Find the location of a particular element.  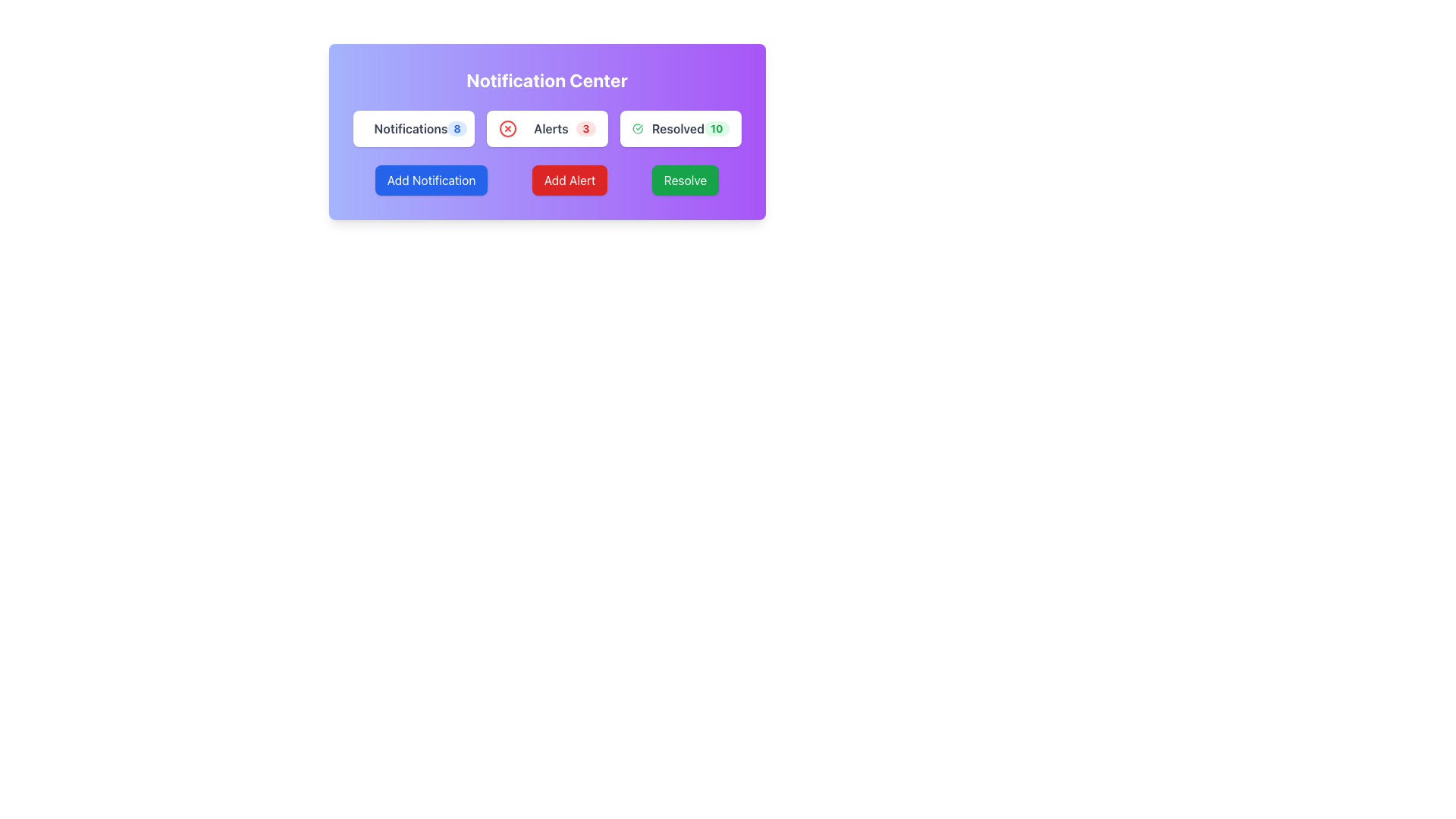

the SVG circle that signifies the alert cross icon in the 'Alerts' box is located at coordinates (507, 127).